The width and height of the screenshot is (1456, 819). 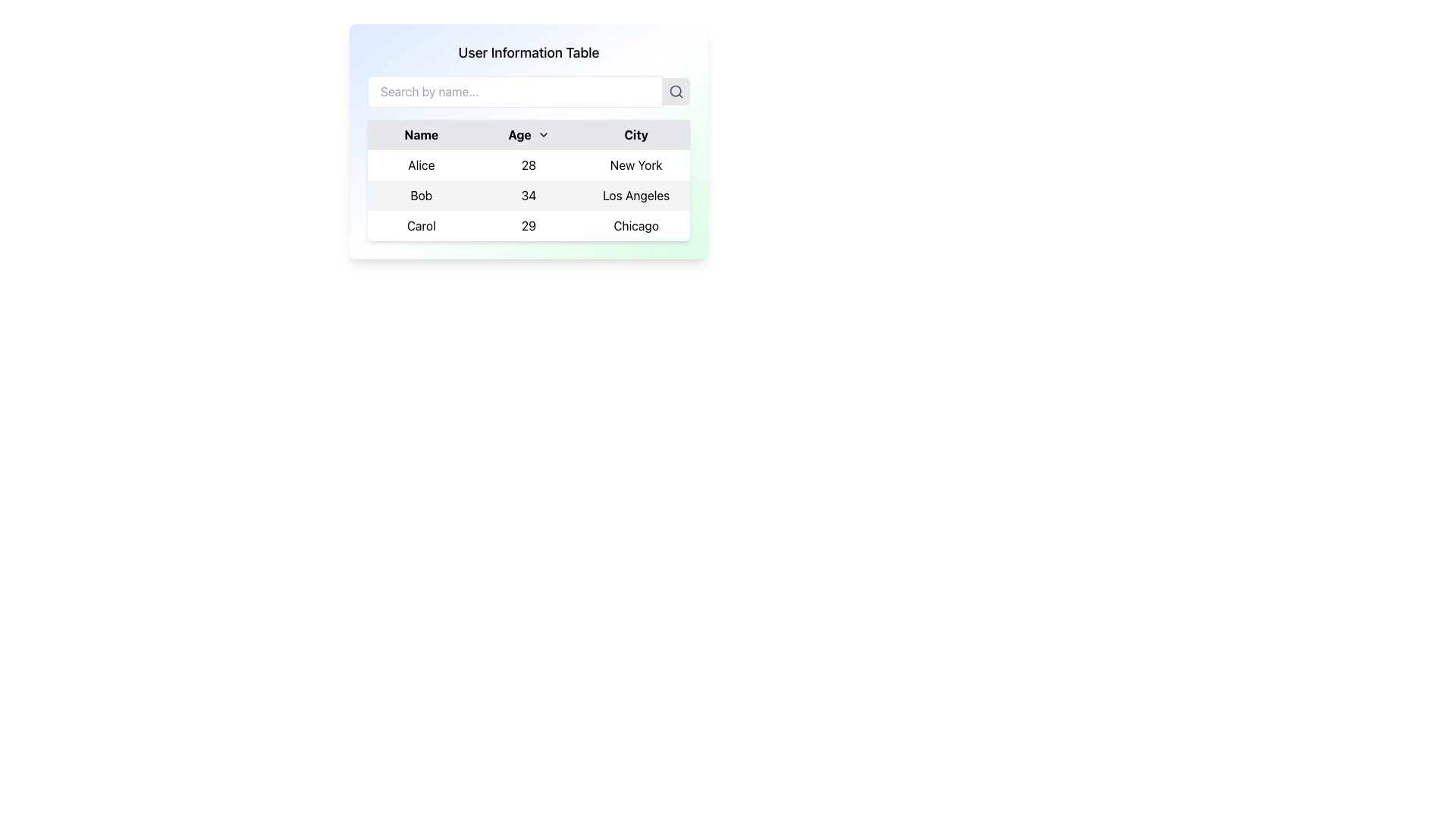 I want to click on the search icon represented by a gray magnifying glass located at the top-right corner of the search bar to initiate a search, so click(x=676, y=91).